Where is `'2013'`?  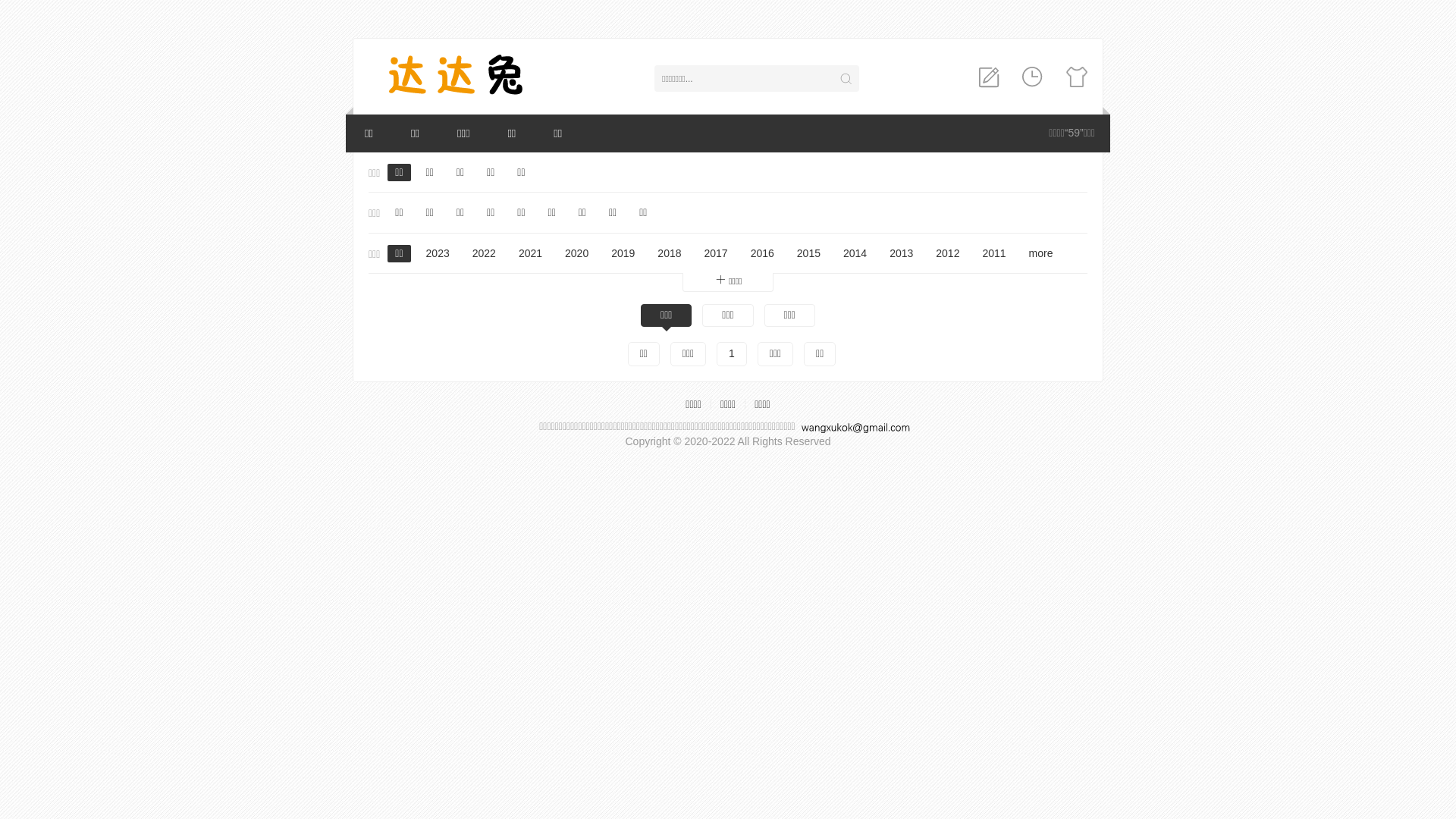 '2013' is located at coordinates (881, 253).